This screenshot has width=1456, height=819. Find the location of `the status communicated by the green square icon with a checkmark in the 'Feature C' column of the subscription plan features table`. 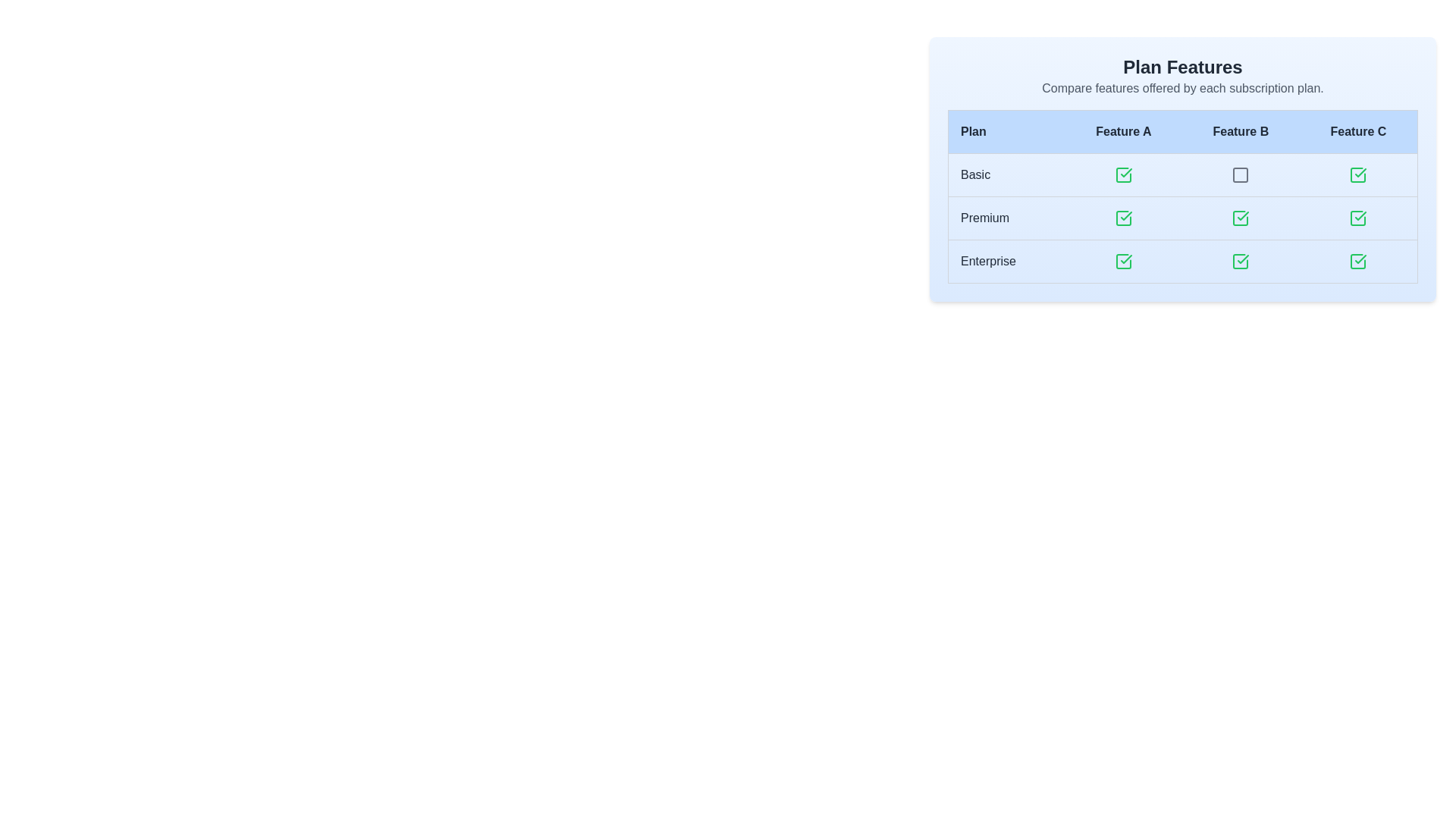

the status communicated by the green square icon with a checkmark in the 'Feature C' column of the subscription plan features table is located at coordinates (1358, 174).